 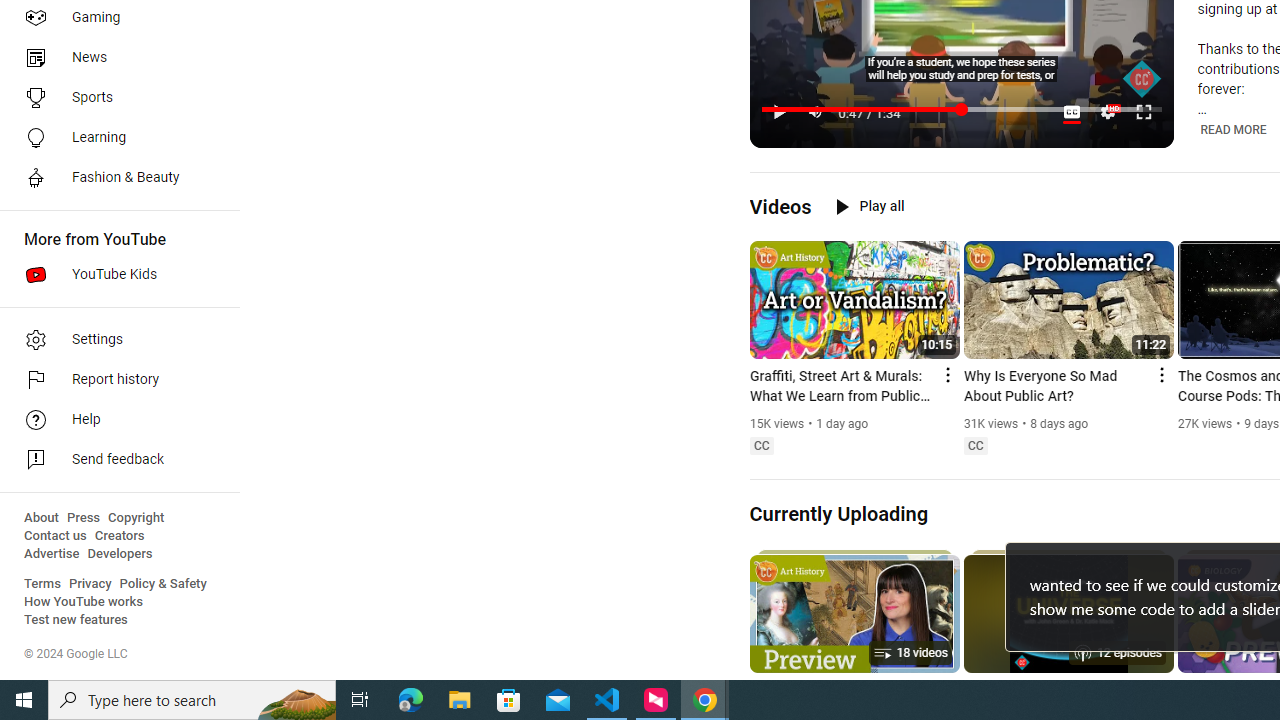 What do you see at coordinates (112, 176) in the screenshot?
I see `'Fashion & Beauty'` at bounding box center [112, 176].